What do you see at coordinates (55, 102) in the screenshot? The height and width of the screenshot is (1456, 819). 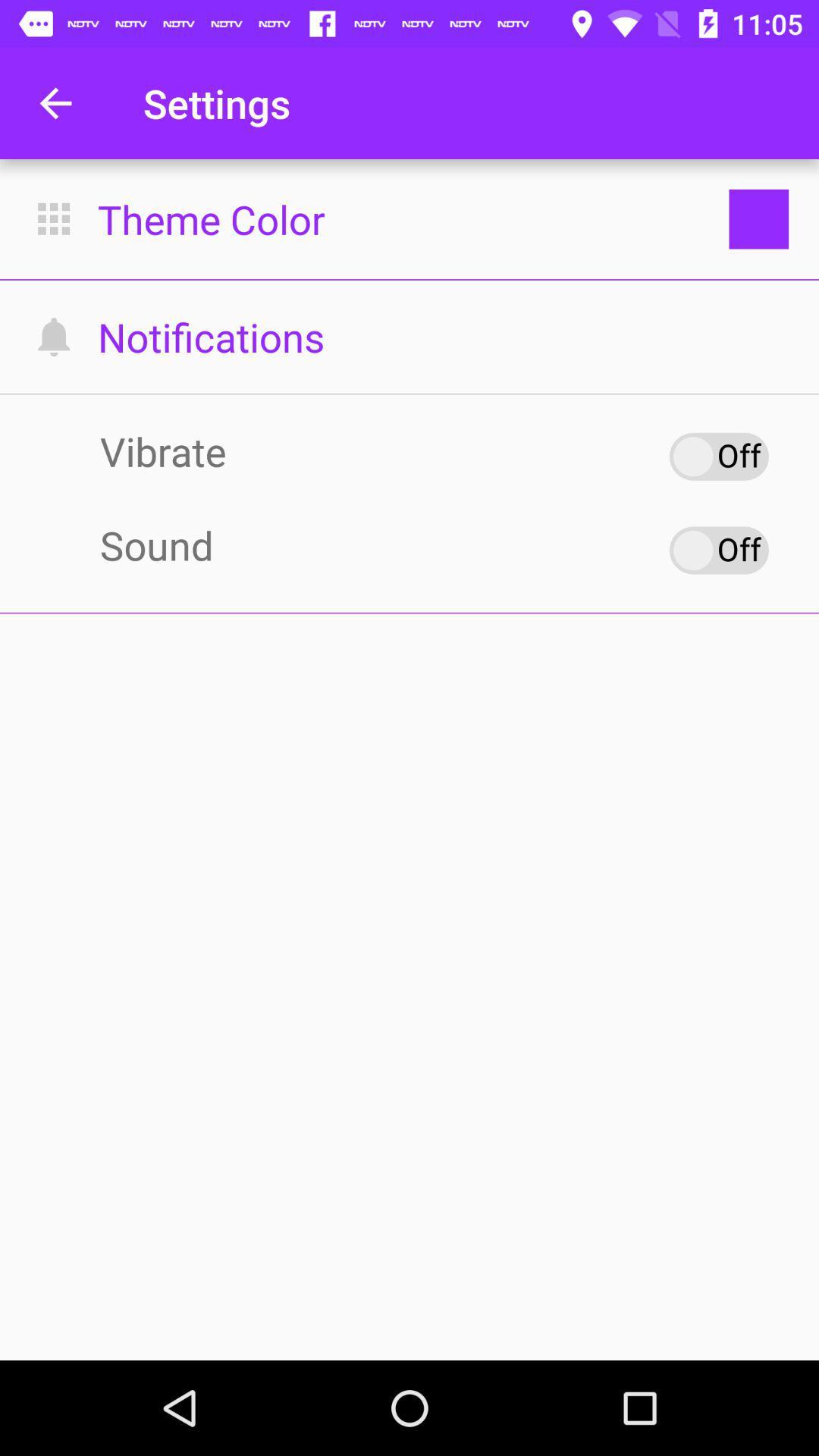 I see `item above theme color` at bounding box center [55, 102].